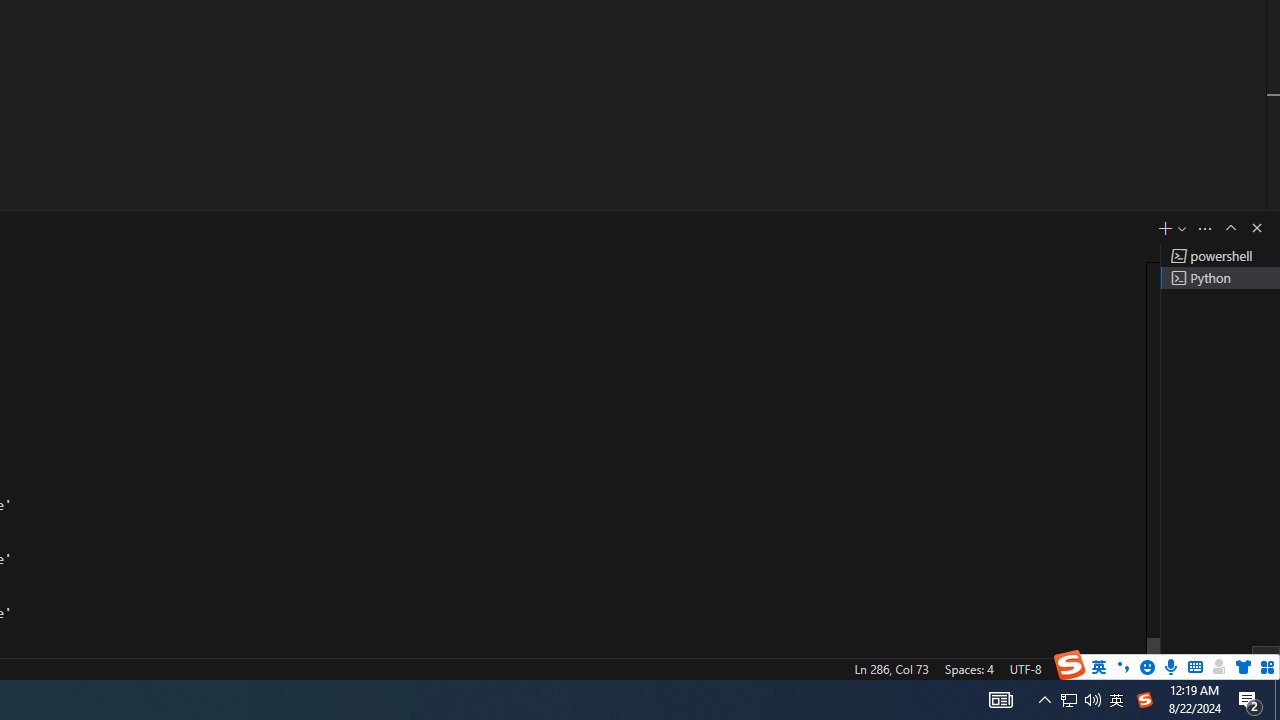  What do you see at coordinates (1219, 277) in the screenshot?
I see `'Terminal 5 Python'` at bounding box center [1219, 277].